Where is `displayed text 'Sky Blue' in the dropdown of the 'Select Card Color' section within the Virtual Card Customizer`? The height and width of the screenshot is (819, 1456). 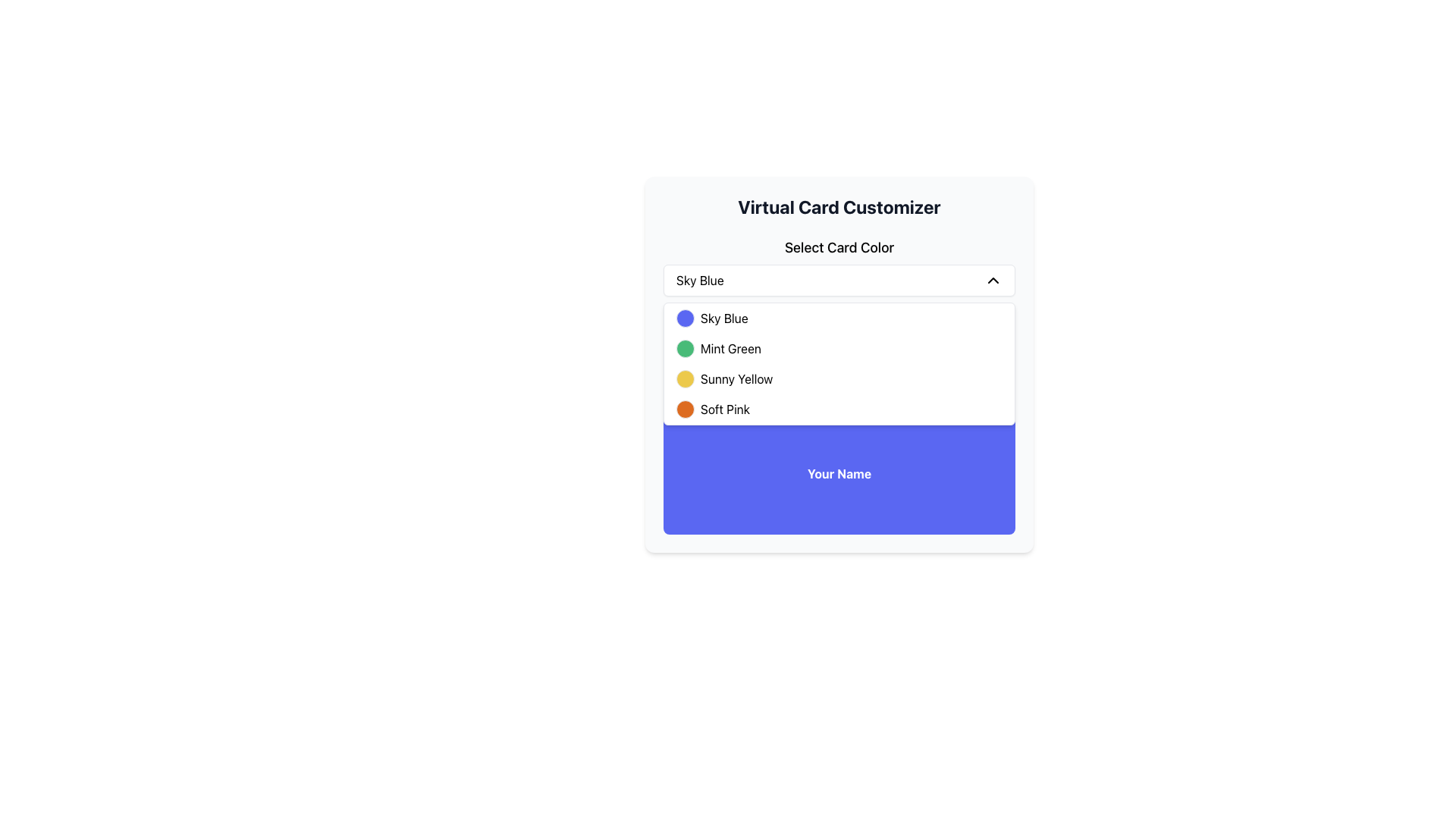
displayed text 'Sky Blue' in the dropdown of the 'Select Card Color' section within the Virtual Card Customizer is located at coordinates (699, 281).